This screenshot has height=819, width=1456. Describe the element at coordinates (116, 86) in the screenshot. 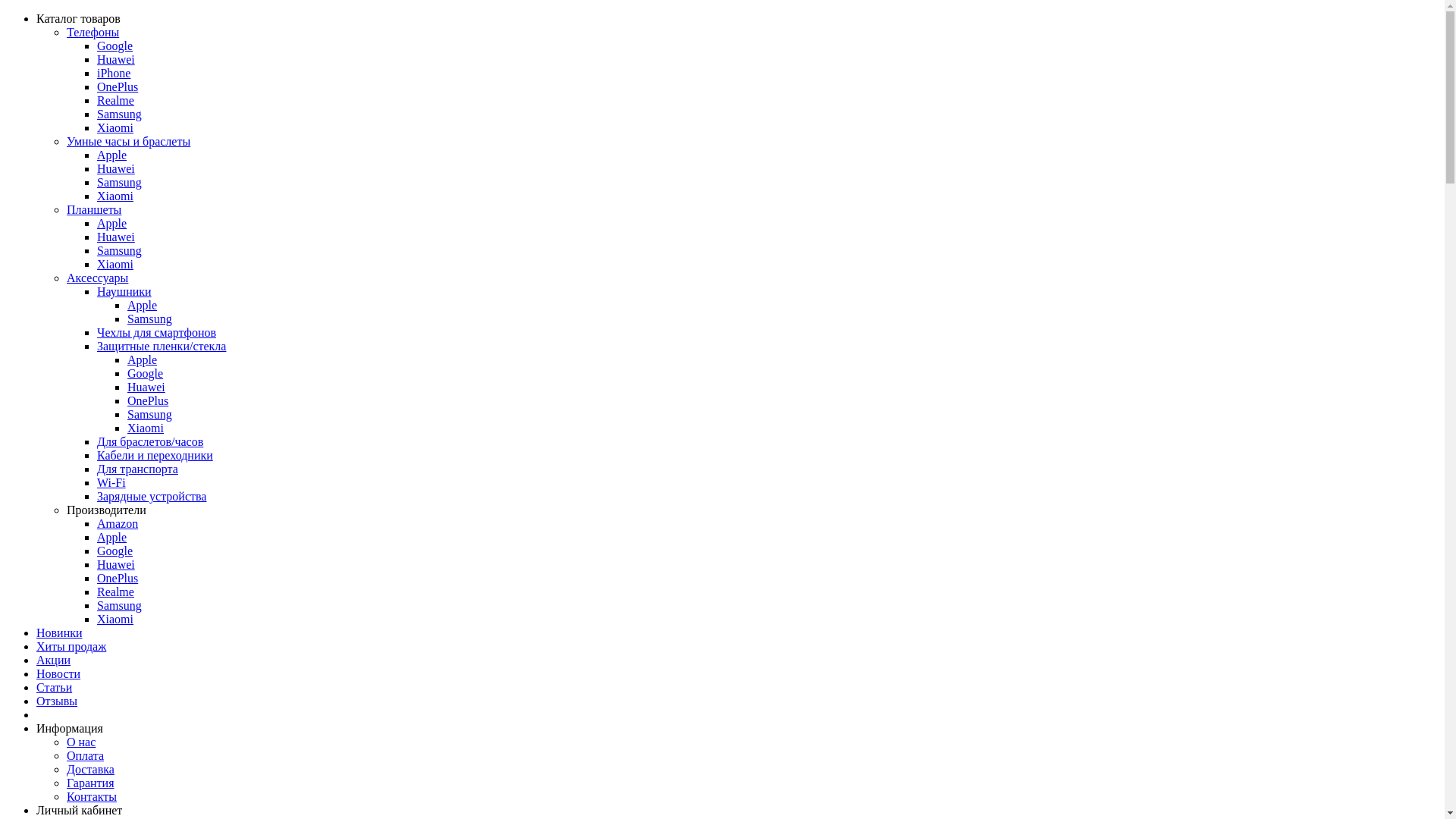

I see `'OnePlus'` at that location.